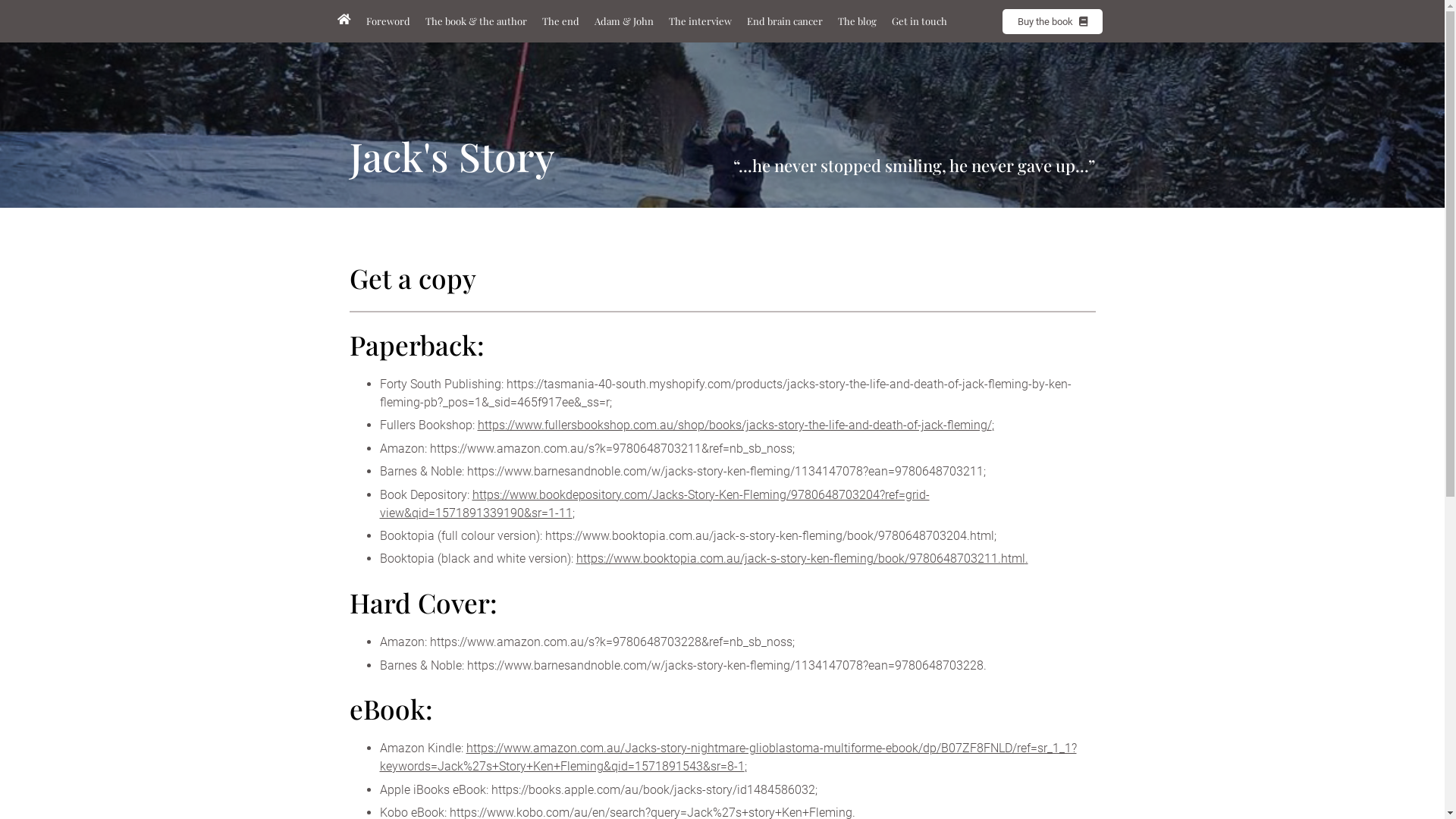 The image size is (1456, 819). I want to click on 'The blog', so click(833, 20).